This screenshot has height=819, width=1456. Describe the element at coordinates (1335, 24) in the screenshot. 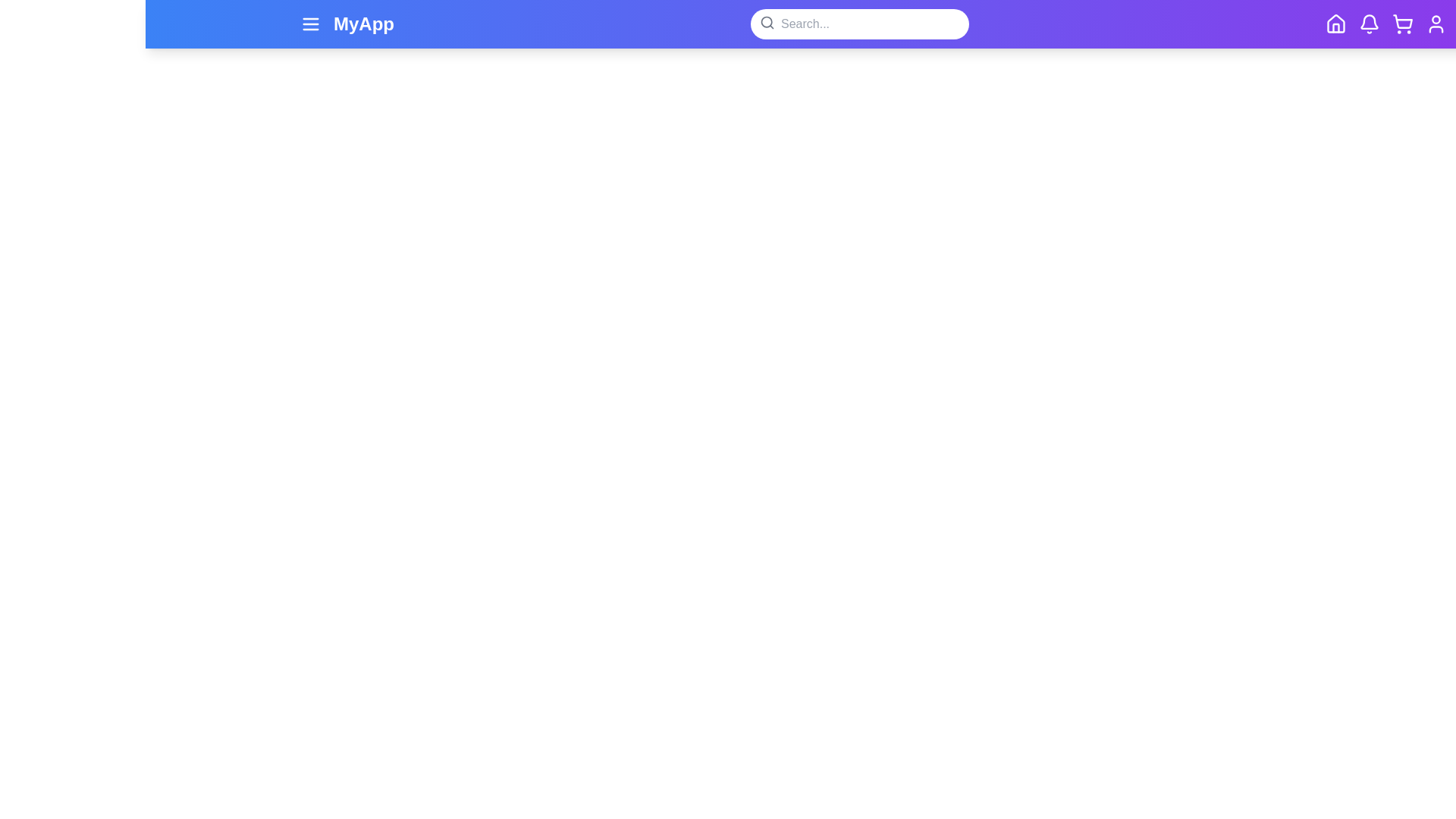

I see `the icon with the specified name: home` at that location.